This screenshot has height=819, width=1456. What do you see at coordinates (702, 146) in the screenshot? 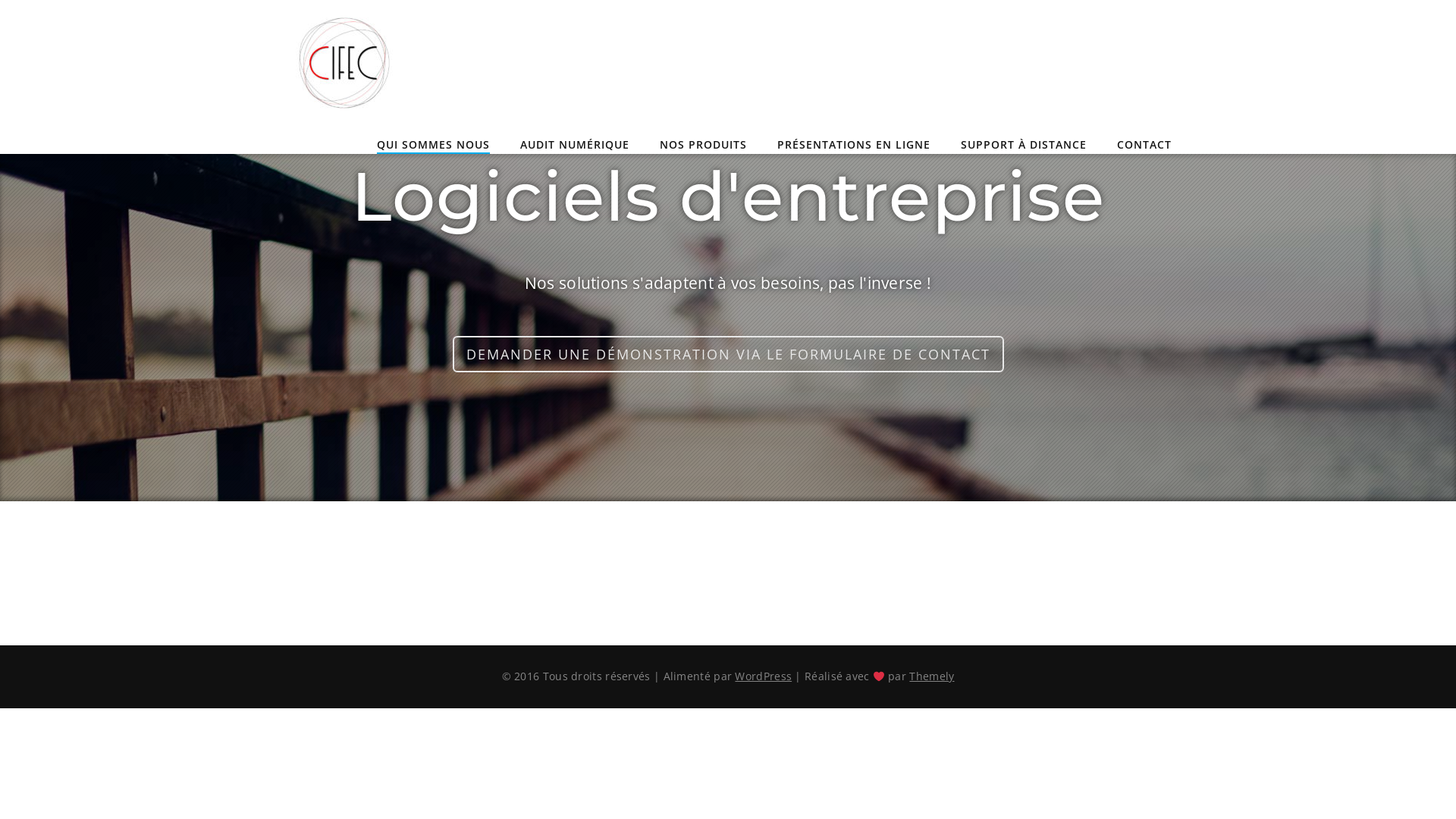
I see `'NOS PRODUITS'` at bounding box center [702, 146].